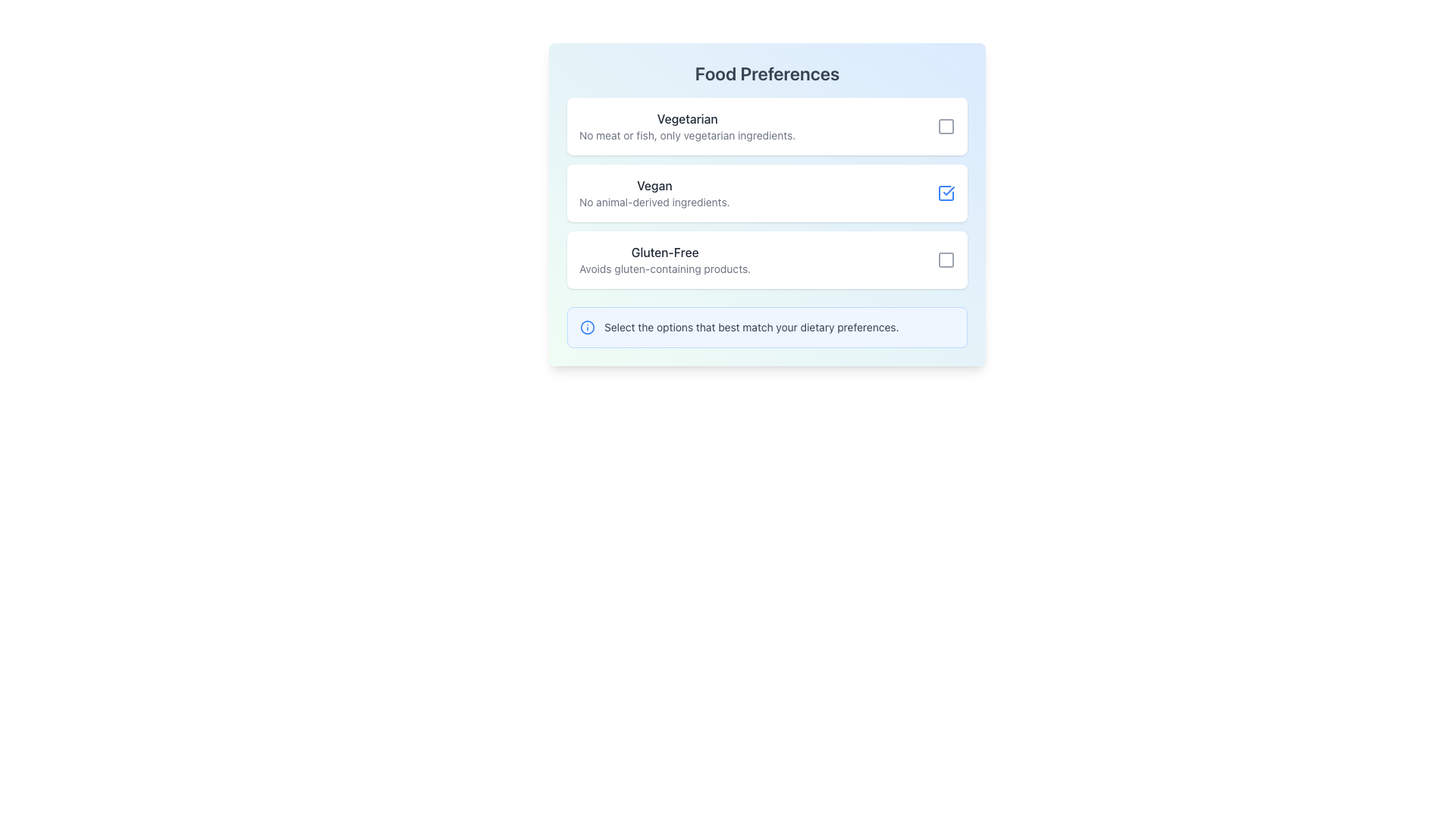  Describe the element at coordinates (946, 259) in the screenshot. I see `the Checkbox Indicator (SVG Graphic) associated with the 'Gluten-Free' dietary preference` at that location.